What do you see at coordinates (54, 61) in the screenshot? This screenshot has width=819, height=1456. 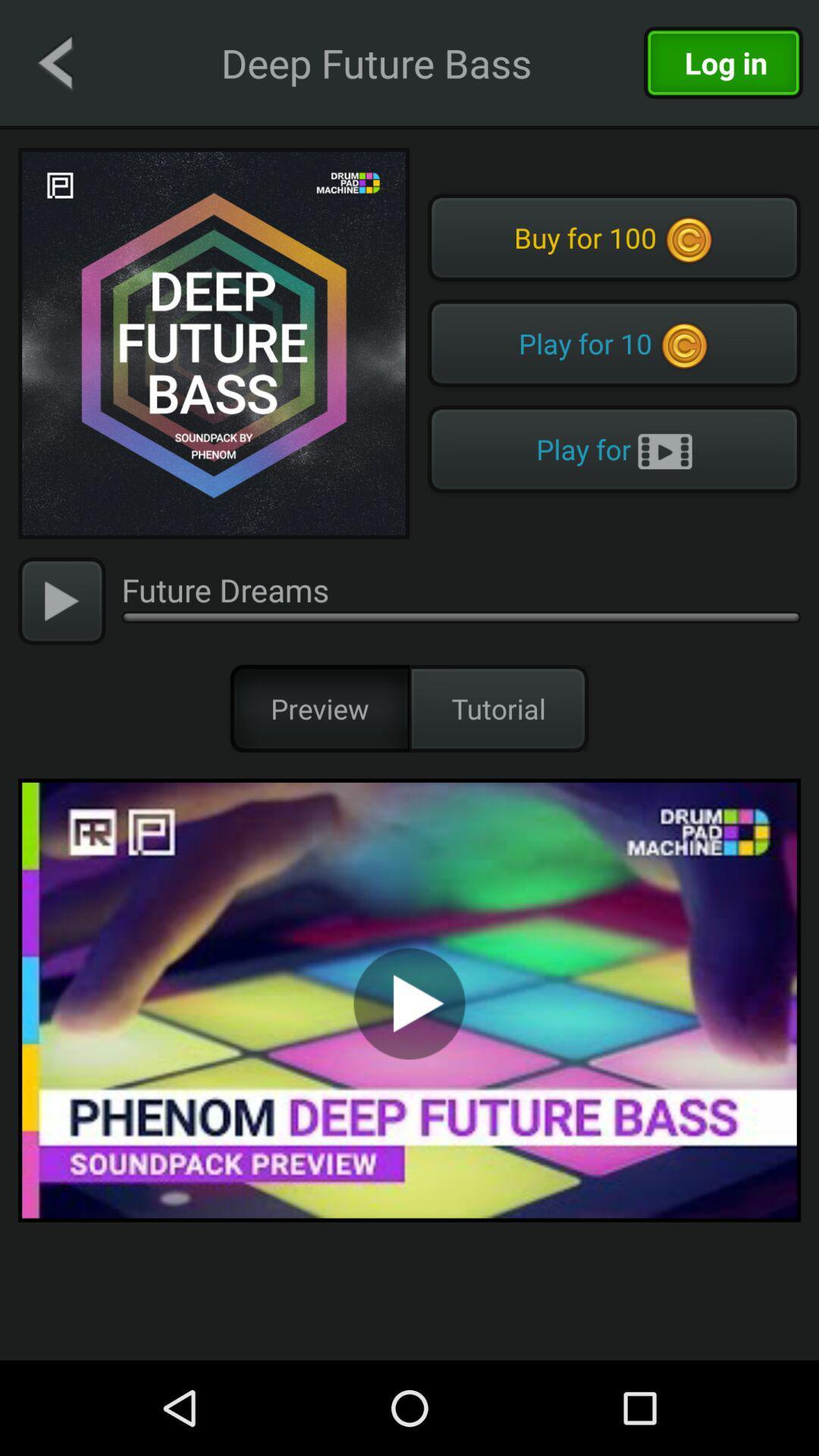 I see `the arrow_backward icon` at bounding box center [54, 61].